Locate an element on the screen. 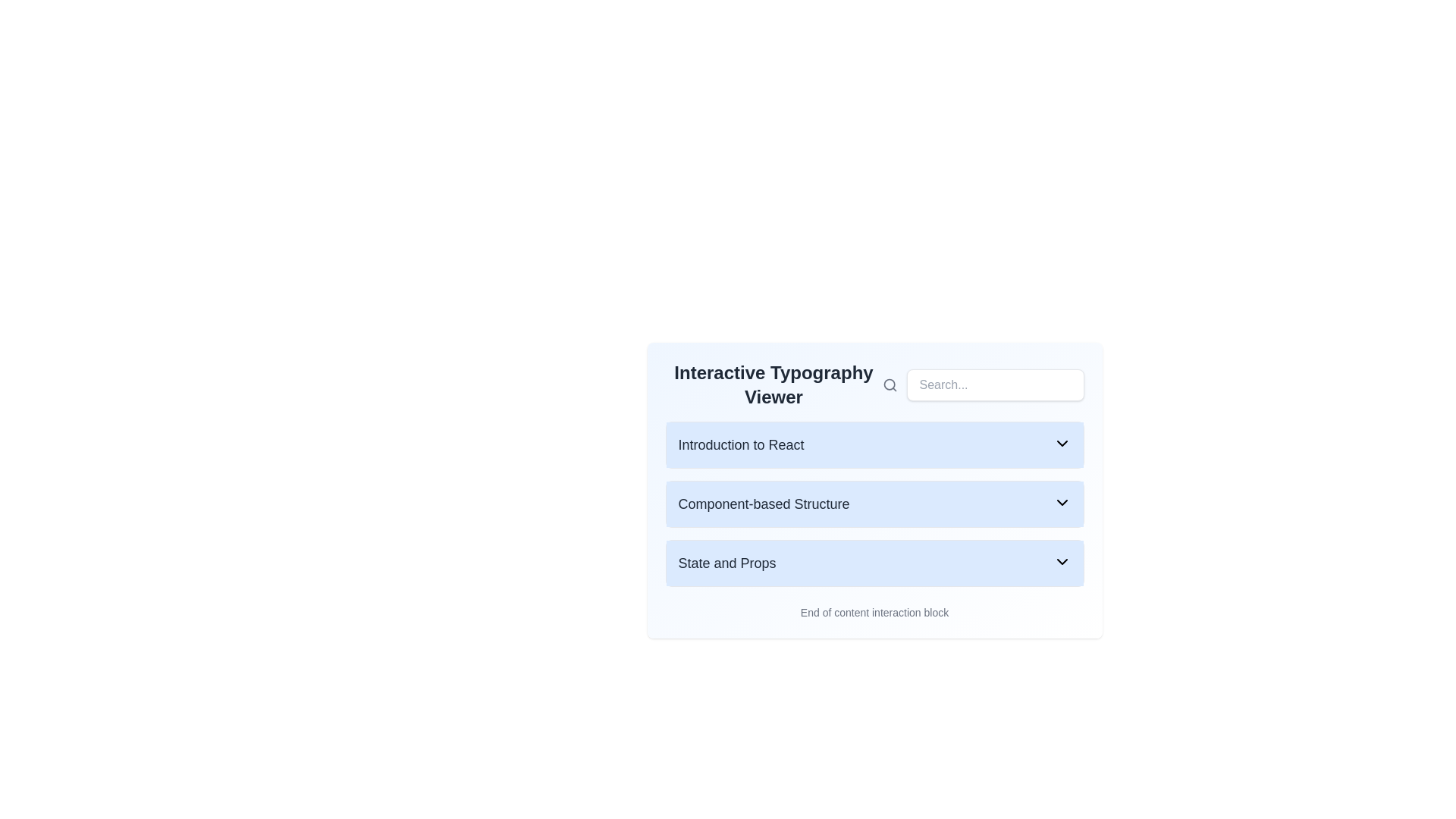 The height and width of the screenshot is (819, 1456). the Decorative SVG circle located within the magnifying glass icon to the right of the text input box in the 'Interactive Typography Viewer' interface is located at coordinates (889, 384).